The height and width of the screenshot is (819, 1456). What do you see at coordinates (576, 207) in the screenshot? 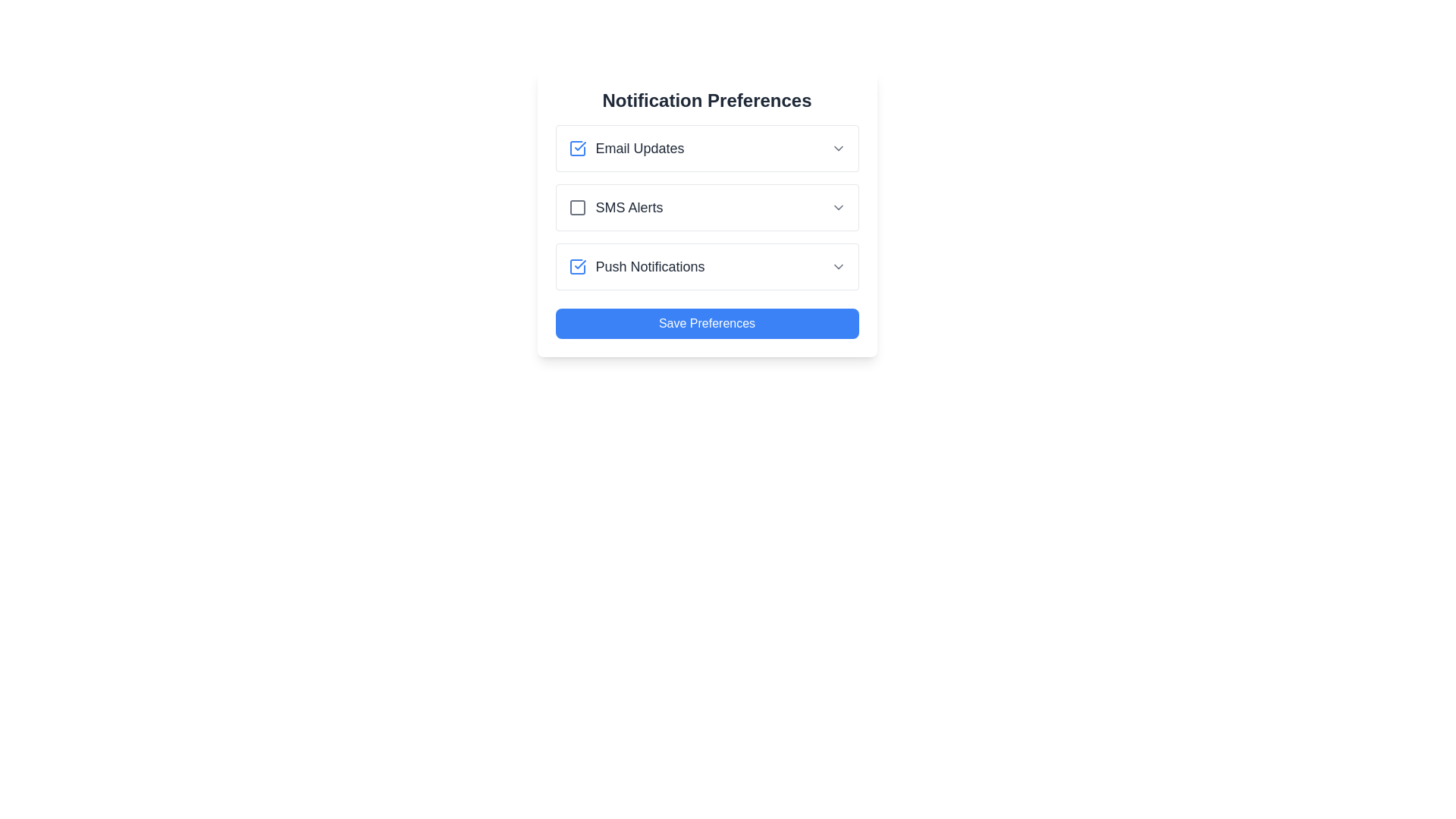
I see `the square checkbox with a gray border located in the second position of the vertical list under 'Notification Preferences'` at bounding box center [576, 207].